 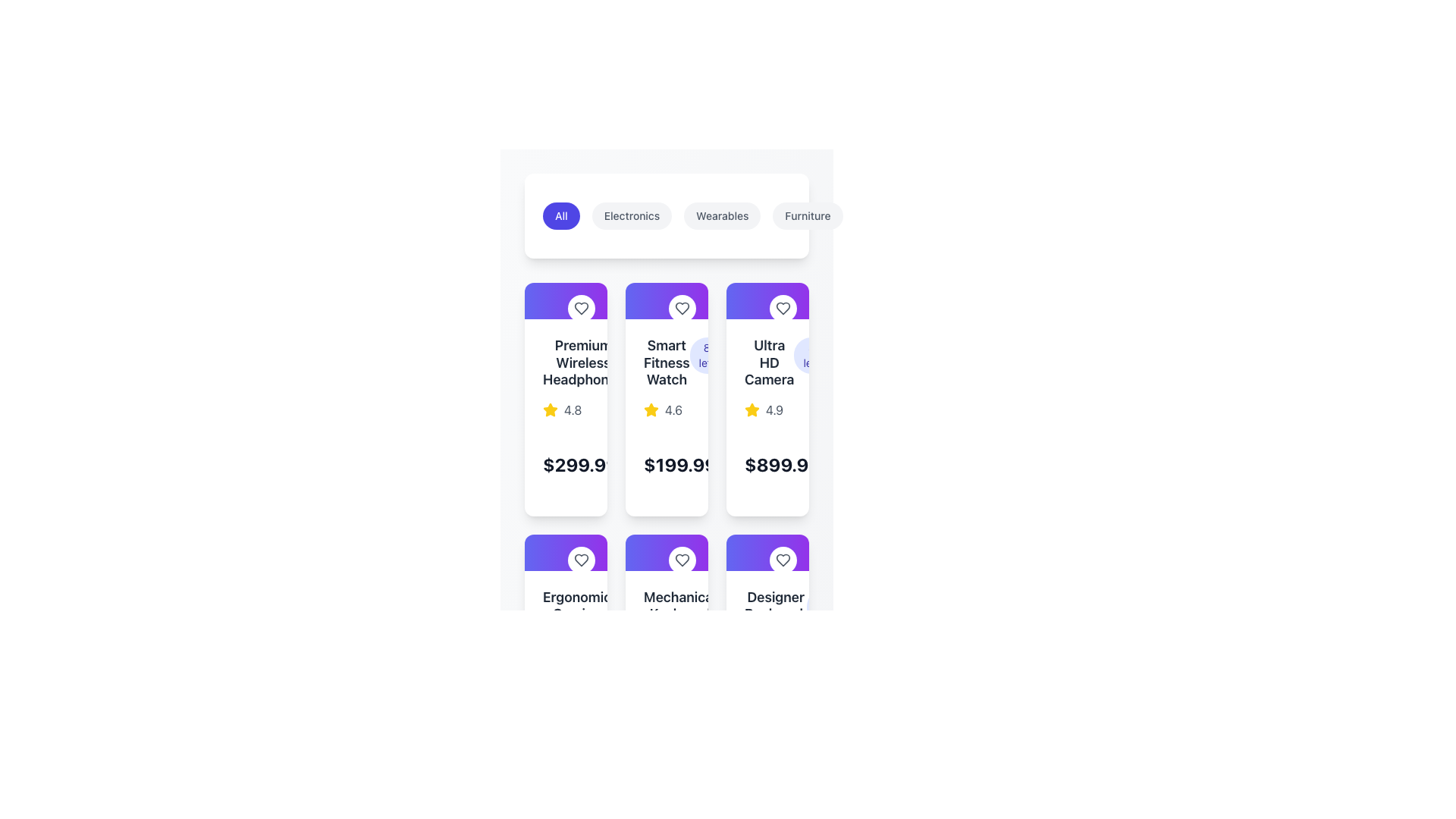 I want to click on the product details card showcasing the product name, availability, rating, and price, which is the second card in the grid layout, so click(x=667, y=398).